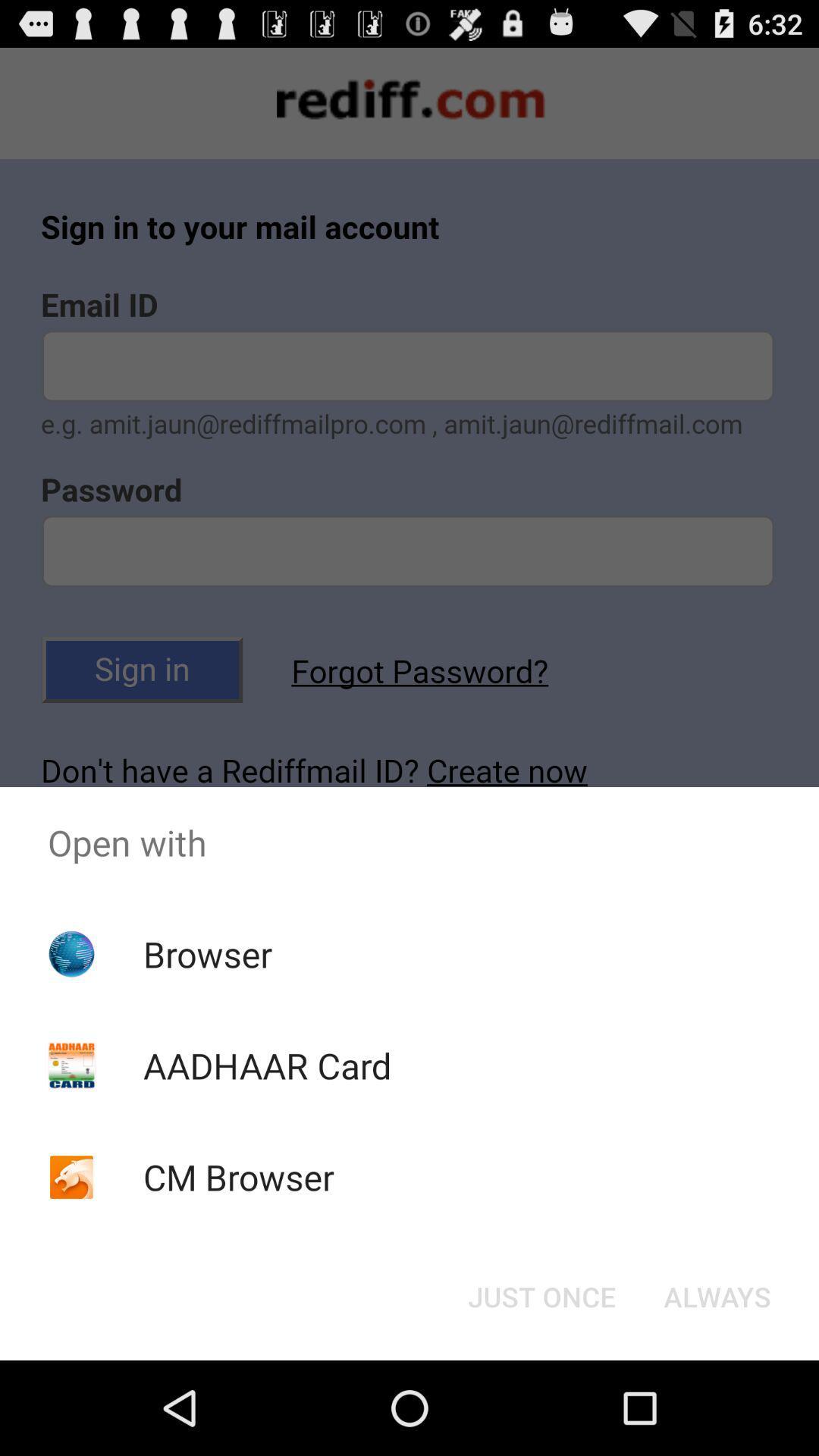  I want to click on cm browser icon, so click(239, 1176).